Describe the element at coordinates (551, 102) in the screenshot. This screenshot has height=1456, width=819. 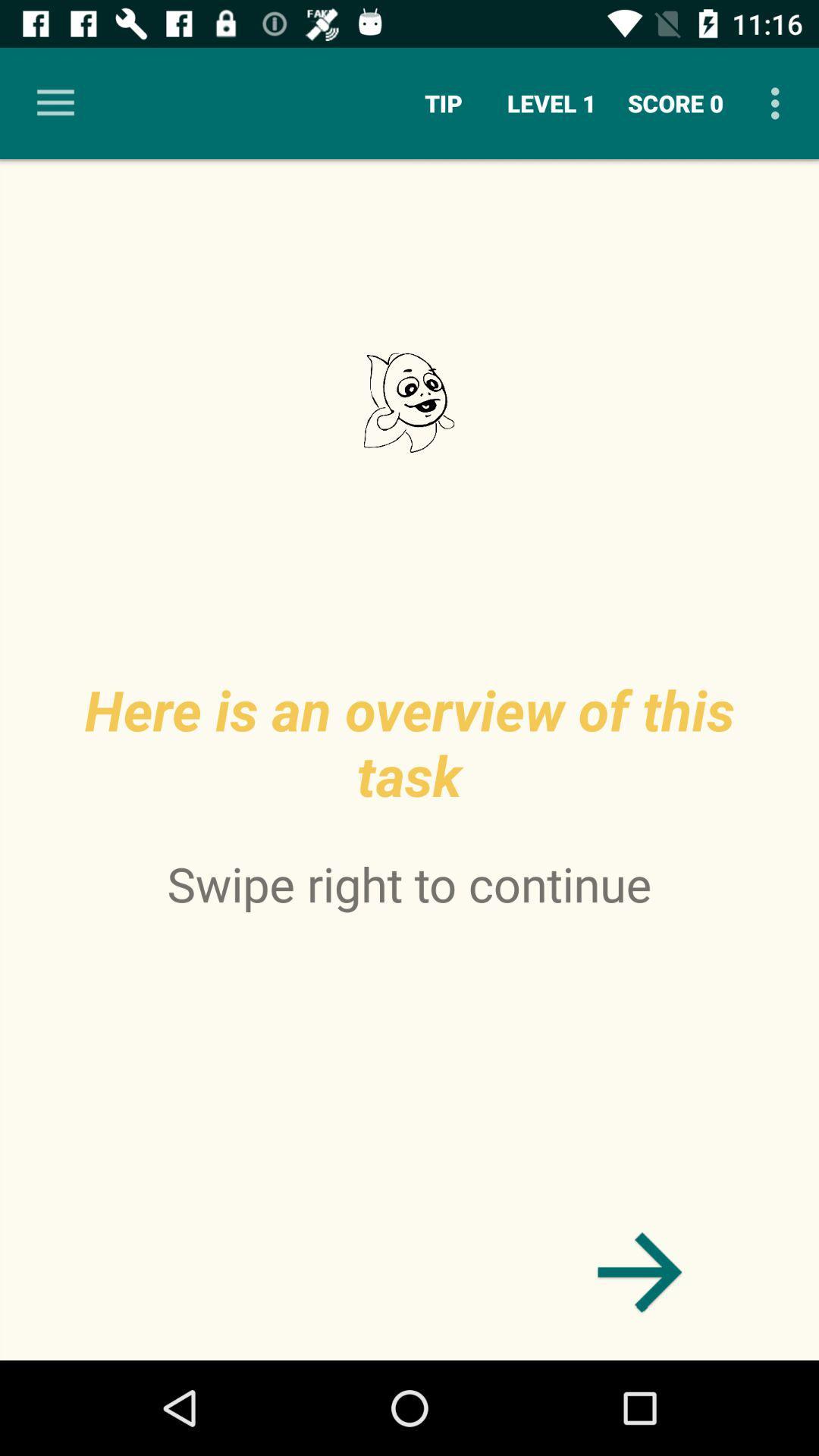
I see `the level 1 icon` at that location.